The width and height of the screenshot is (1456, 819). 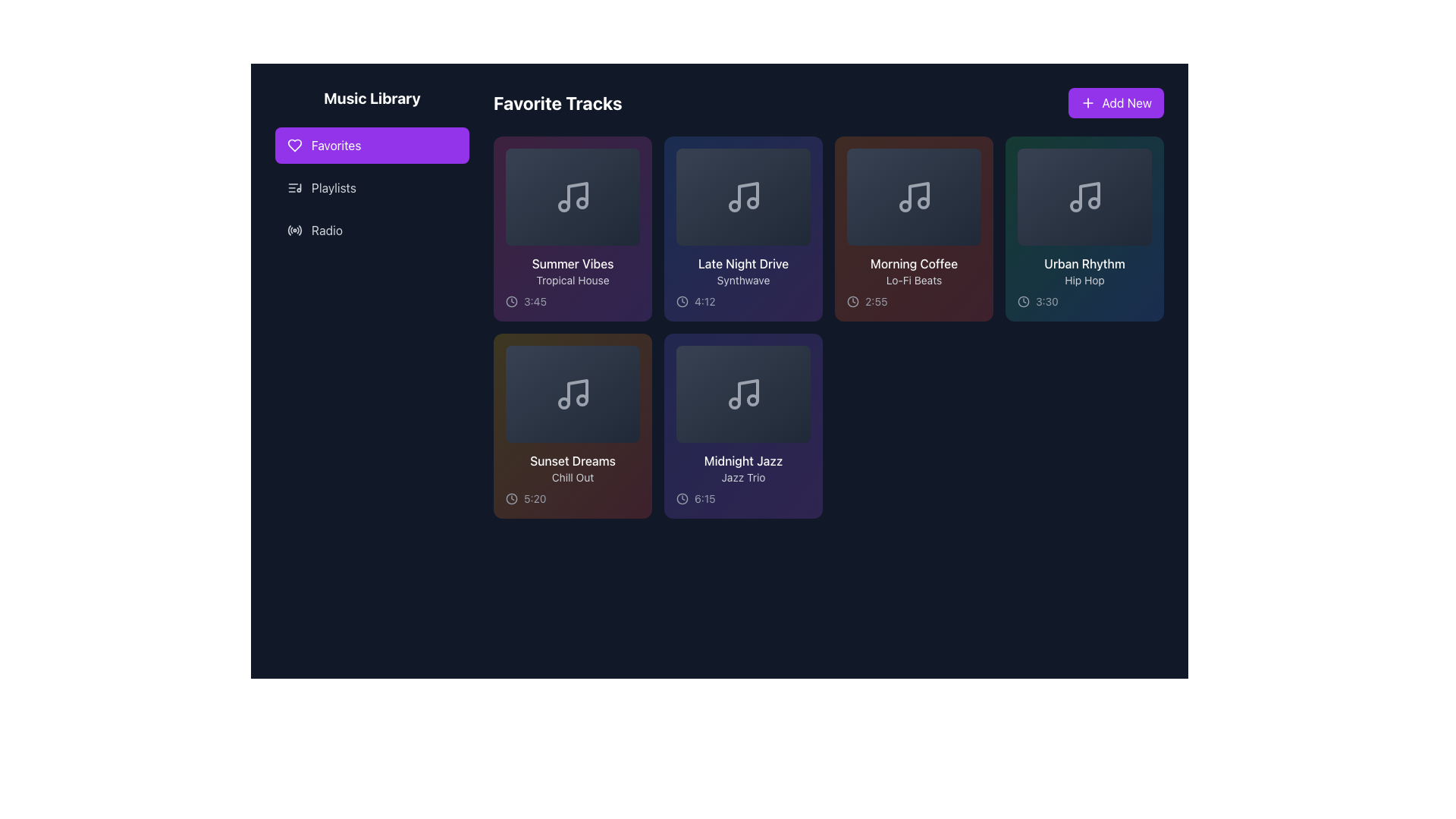 I want to click on the play button located in the upper-right corner of the 'Late Night Drive' track in the 'Favorite Tracks' section, so click(x=802, y=158).